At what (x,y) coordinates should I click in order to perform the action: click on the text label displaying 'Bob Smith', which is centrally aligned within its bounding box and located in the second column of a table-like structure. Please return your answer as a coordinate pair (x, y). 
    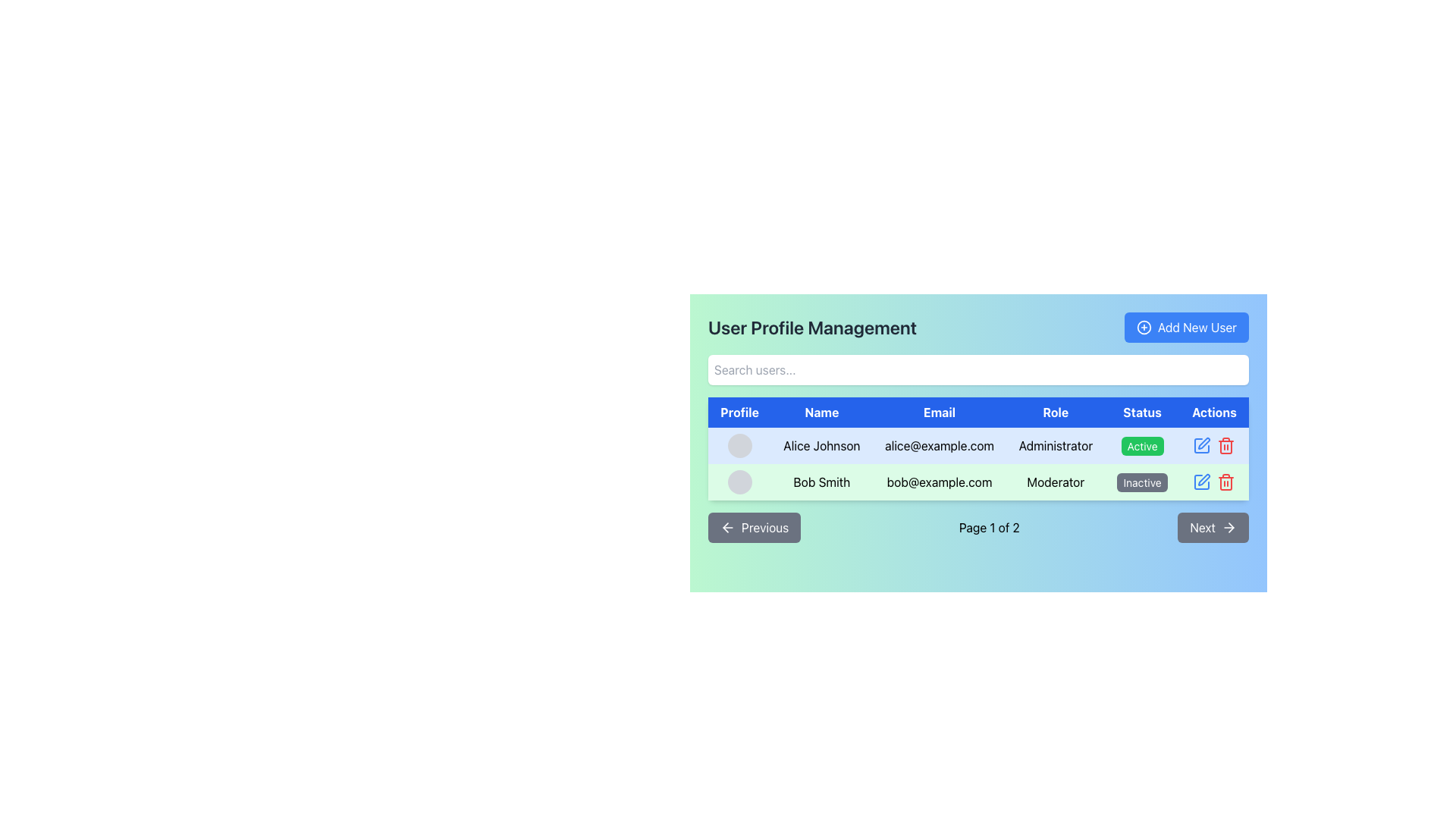
    Looking at the image, I should click on (821, 482).